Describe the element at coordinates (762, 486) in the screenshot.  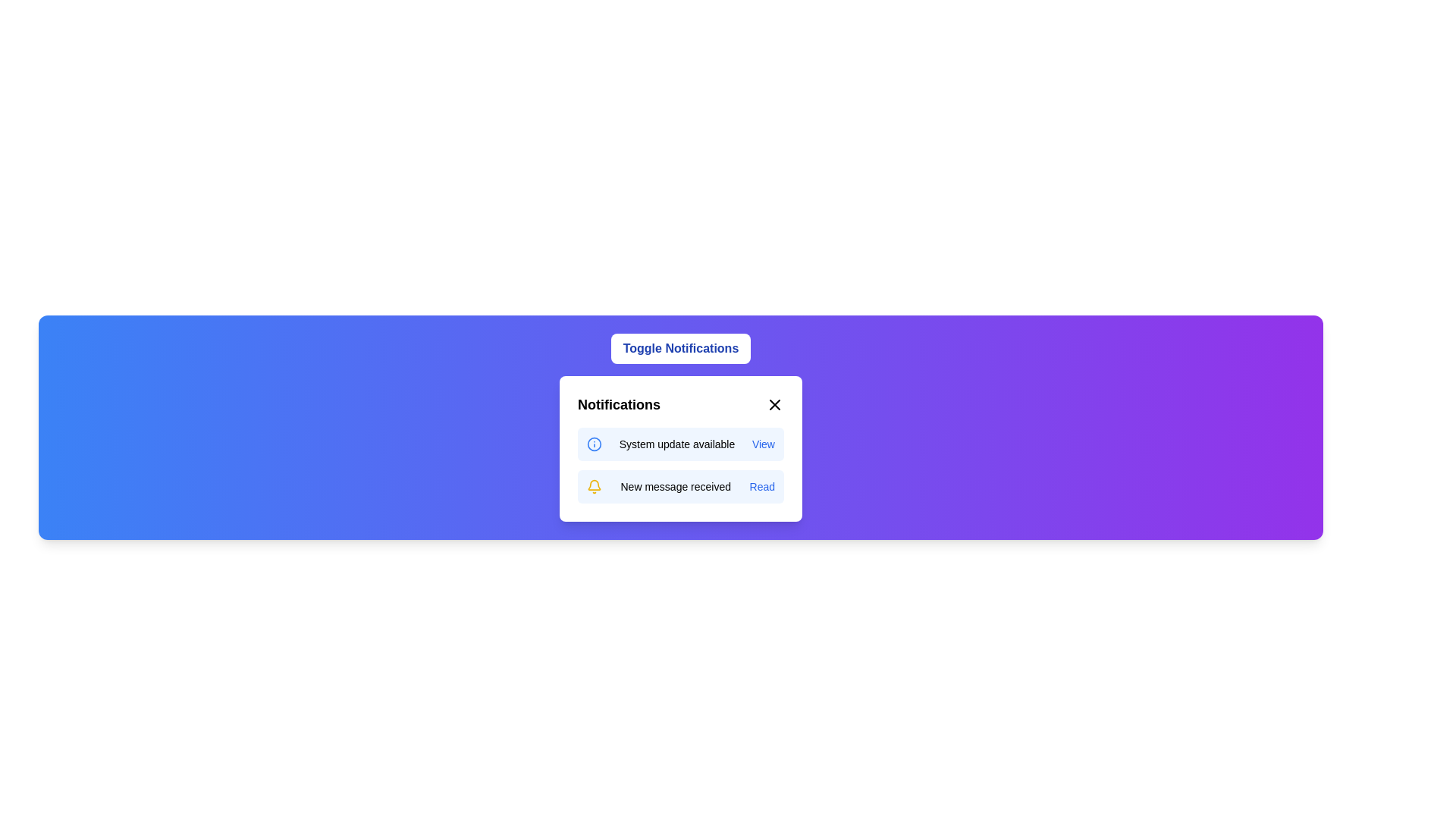
I see `the 'Read' link text, which is blue and underlined, positioned at the top-right corner of the notification card` at that location.